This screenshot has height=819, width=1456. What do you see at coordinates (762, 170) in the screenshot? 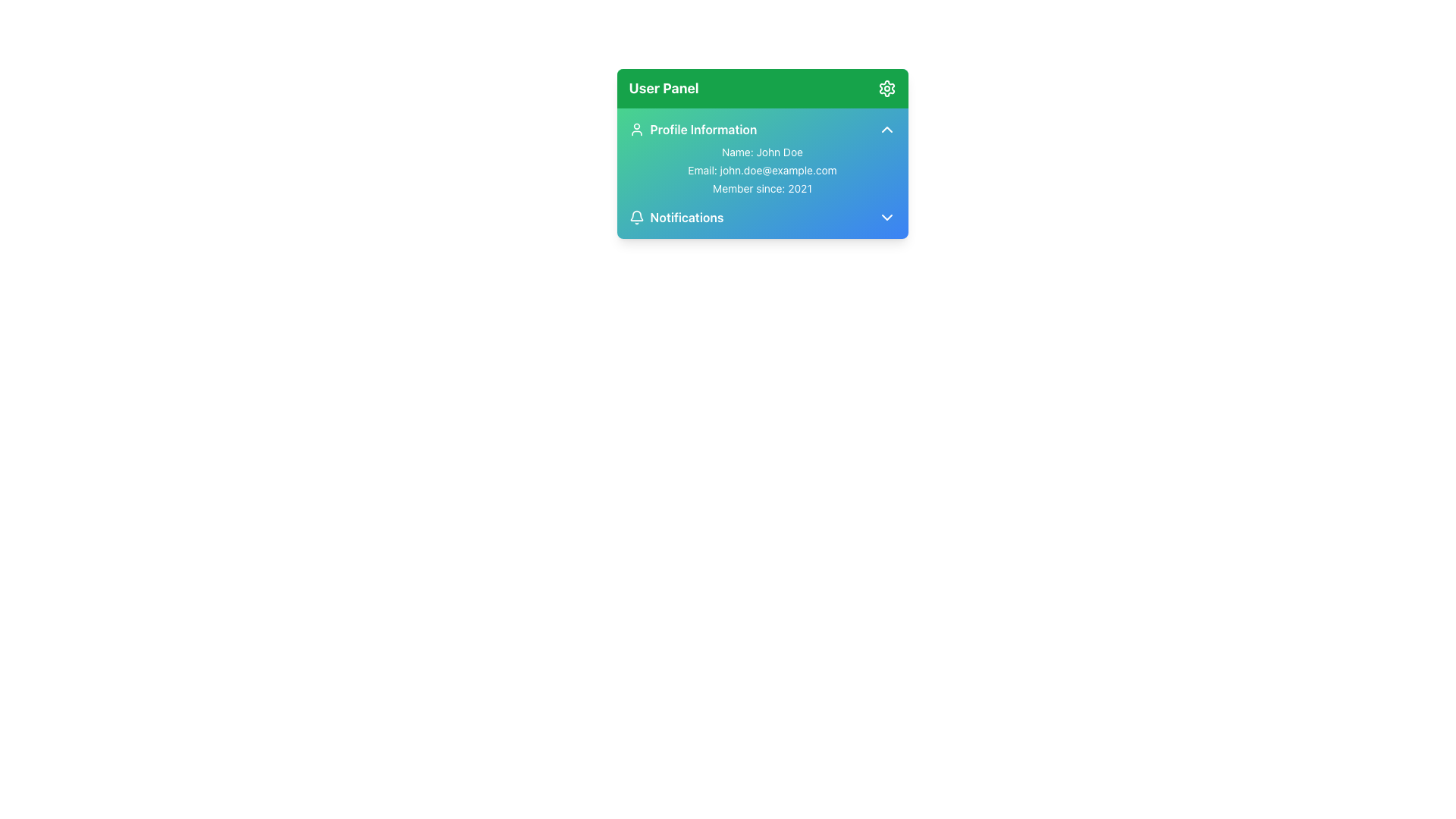
I see `email address displayed in the second Text Label under the 'Profile Information' heading, which shows essential contact information for the user` at bounding box center [762, 170].